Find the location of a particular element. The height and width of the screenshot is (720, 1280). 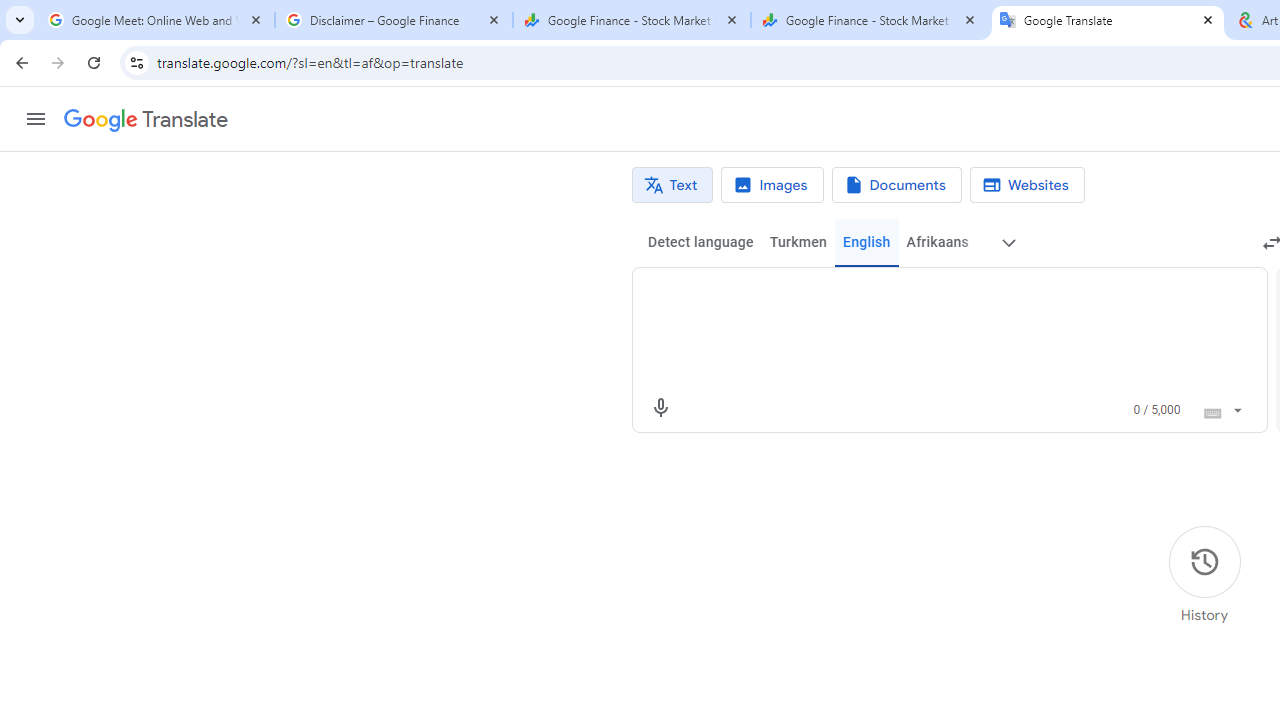

'Main menu' is located at coordinates (35, 119).